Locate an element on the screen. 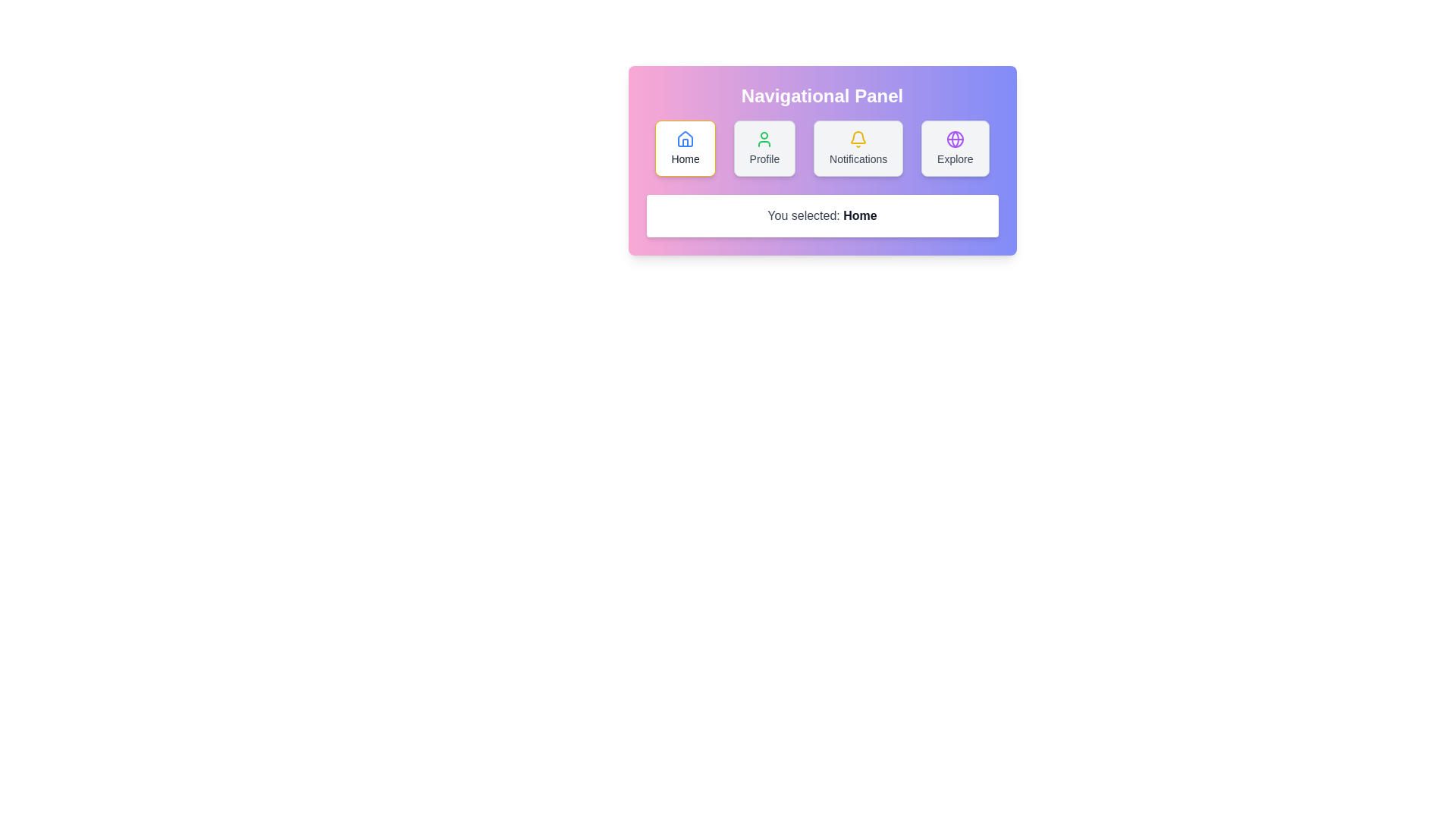  the first button in the horizontal group of four buttons is located at coordinates (684, 149).